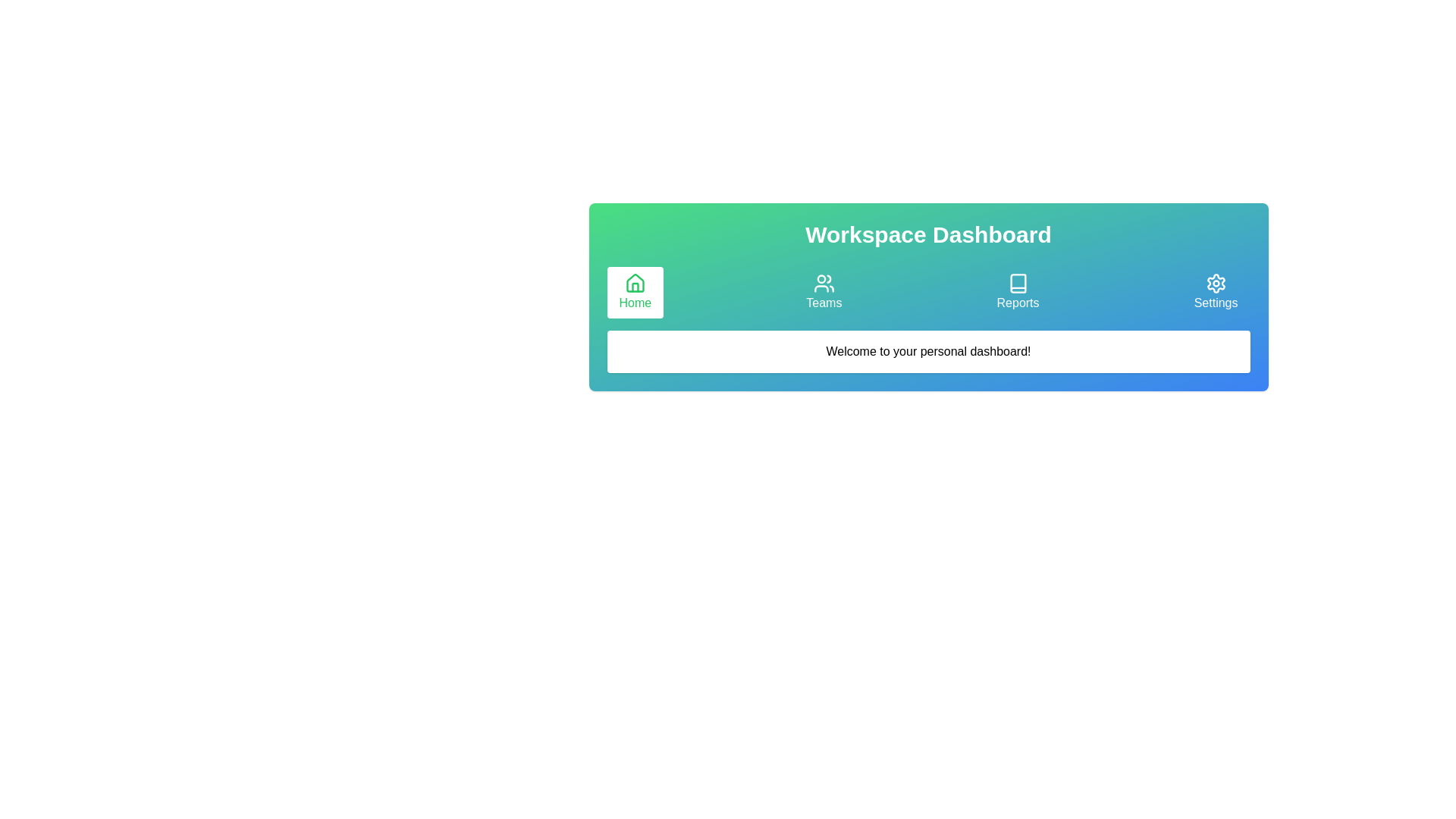 The width and height of the screenshot is (1456, 819). I want to click on the 'Settings' button with a gear icon on the navigation bar, so click(1216, 292).